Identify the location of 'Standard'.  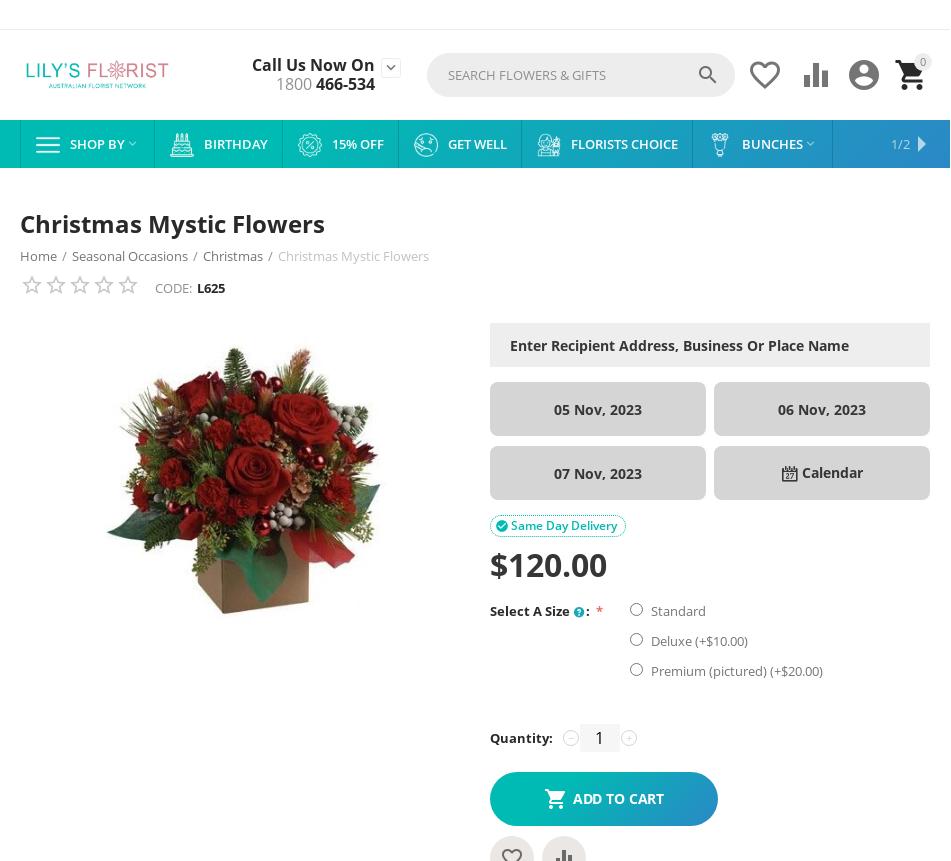
(645, 609).